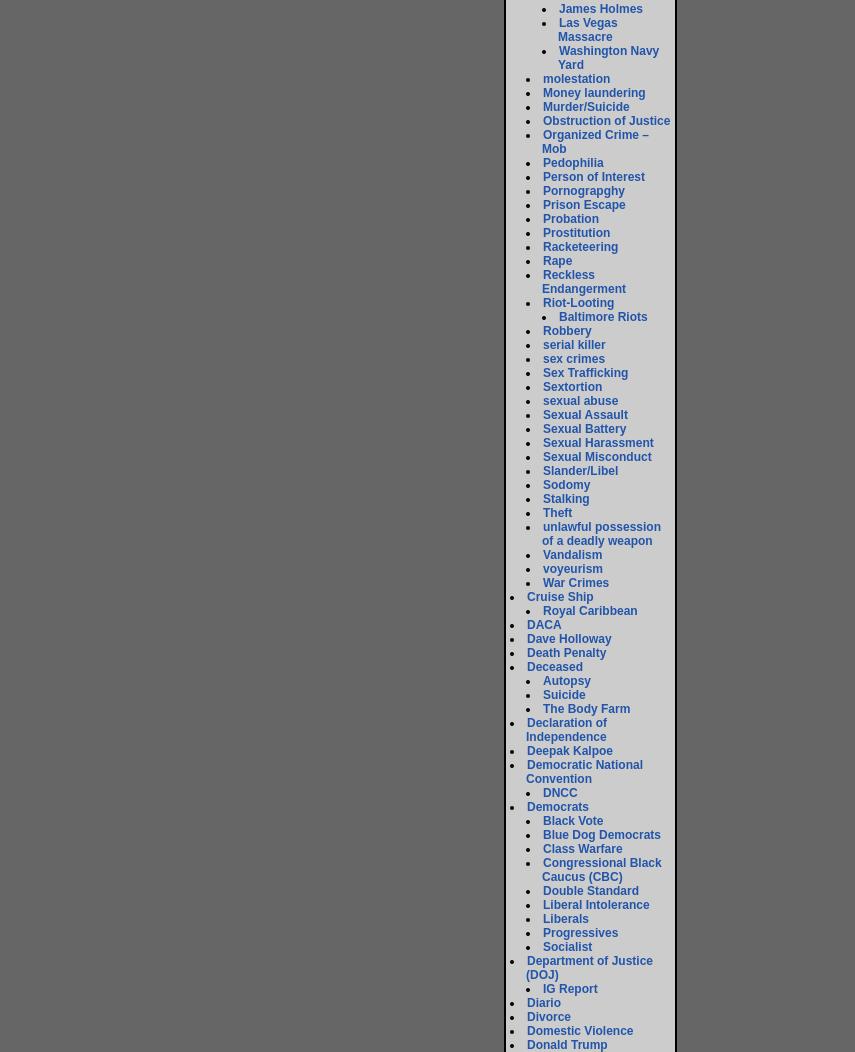  What do you see at coordinates (544, 624) in the screenshot?
I see `'DACA'` at bounding box center [544, 624].